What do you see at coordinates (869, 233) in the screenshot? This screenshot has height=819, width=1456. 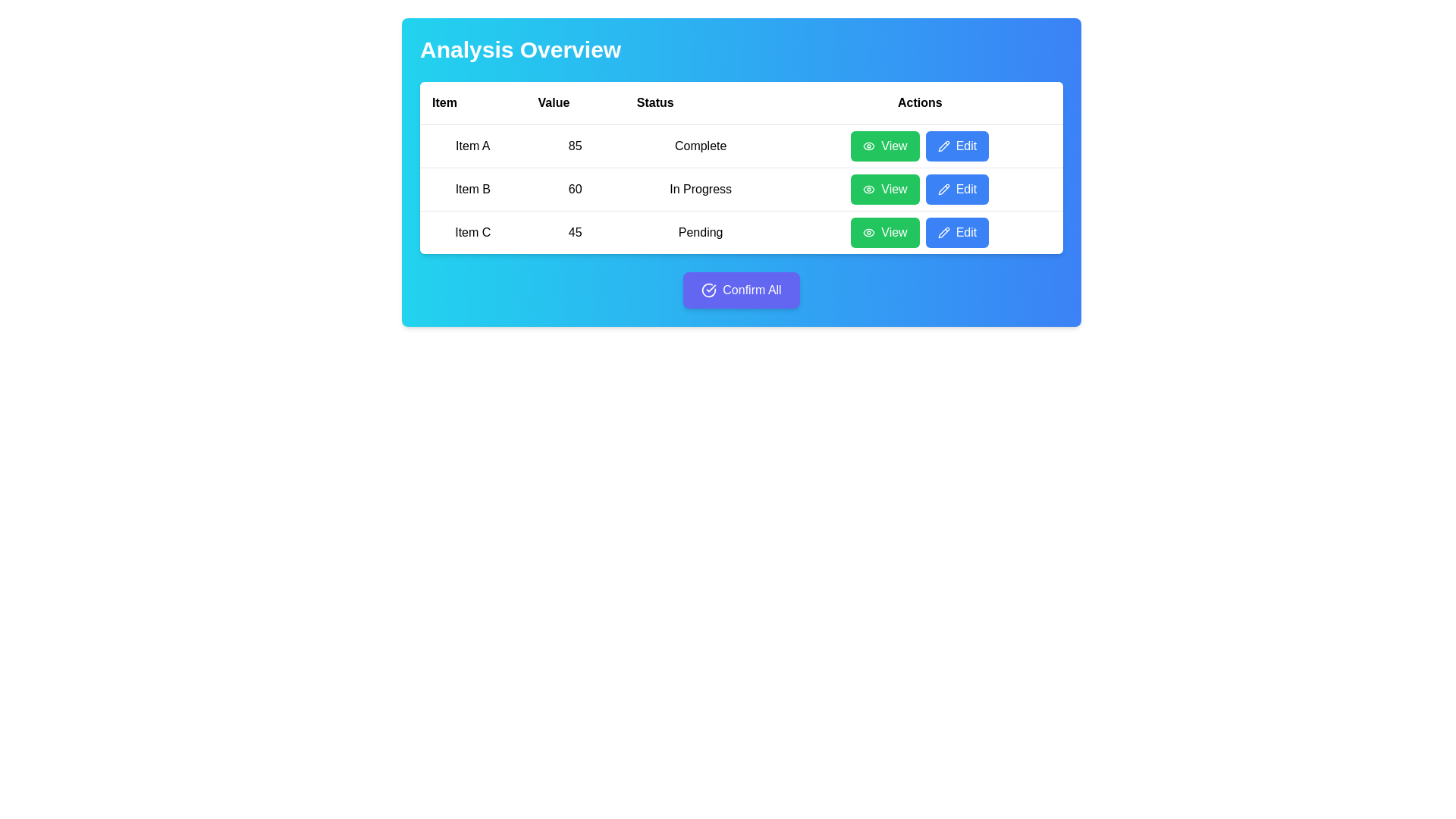 I see `the visibility icon in the 'View' button of the 'Actions' column in the third row of the table within the 'Analysis Overview' card` at bounding box center [869, 233].